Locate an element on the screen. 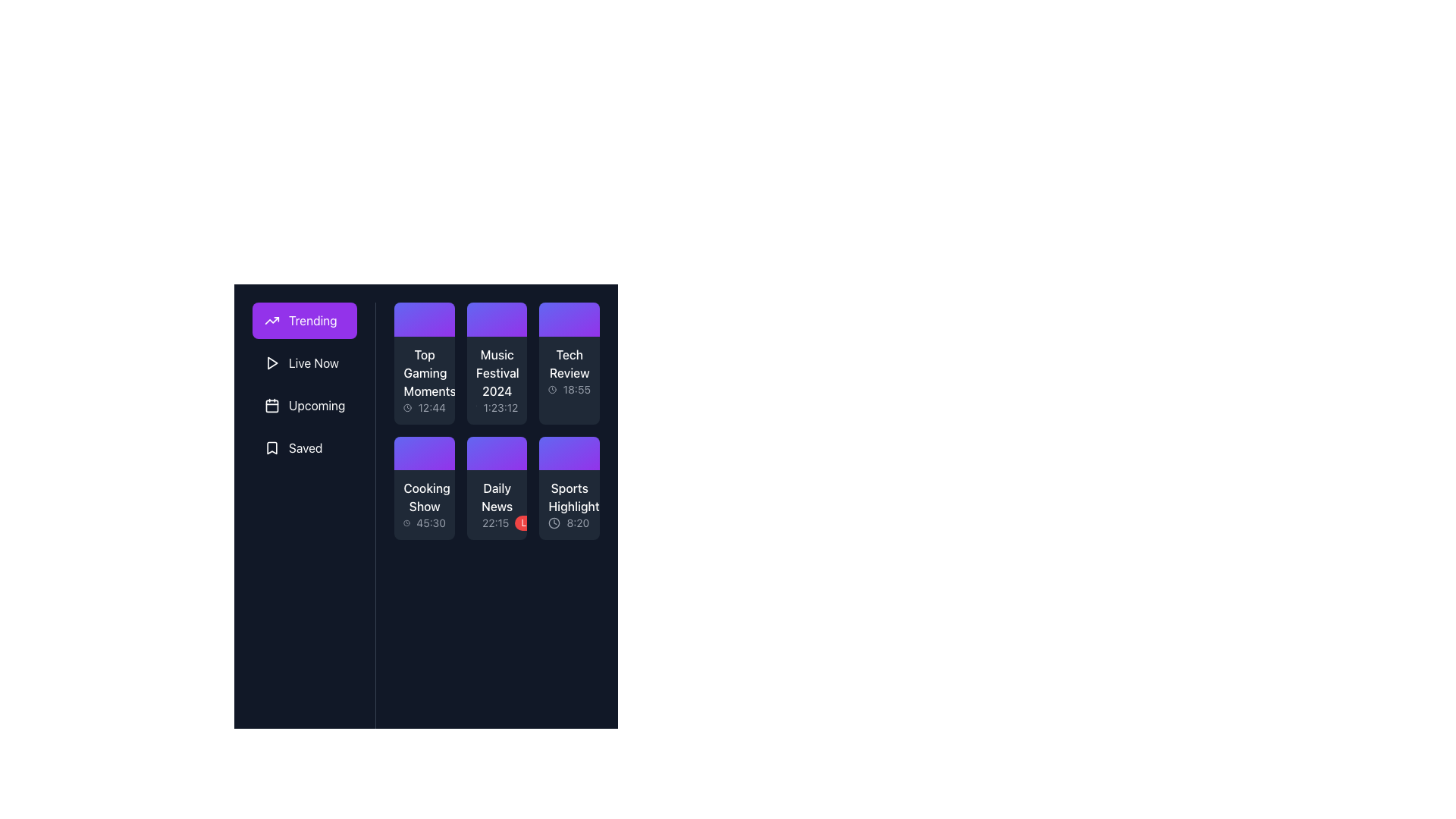 The image size is (1456, 819). the 'Trending' text label which is styled in bold white font and centered within a purple rectangular button with rounded corners, located in the top-left section of the interface is located at coordinates (312, 320).